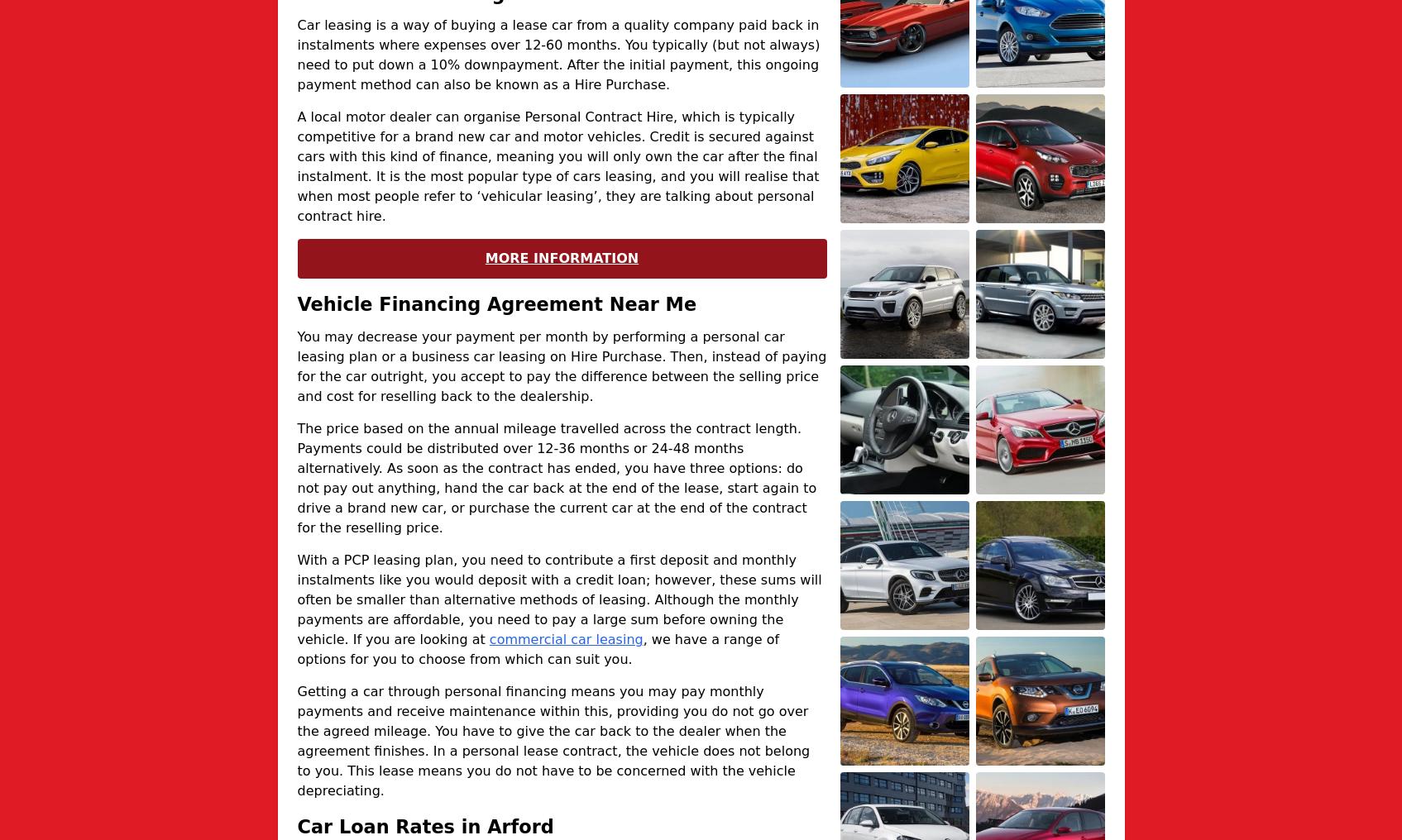 This screenshot has height=840, width=1402. I want to click on 'Car Loan Rates in Arford', so click(296, 826).